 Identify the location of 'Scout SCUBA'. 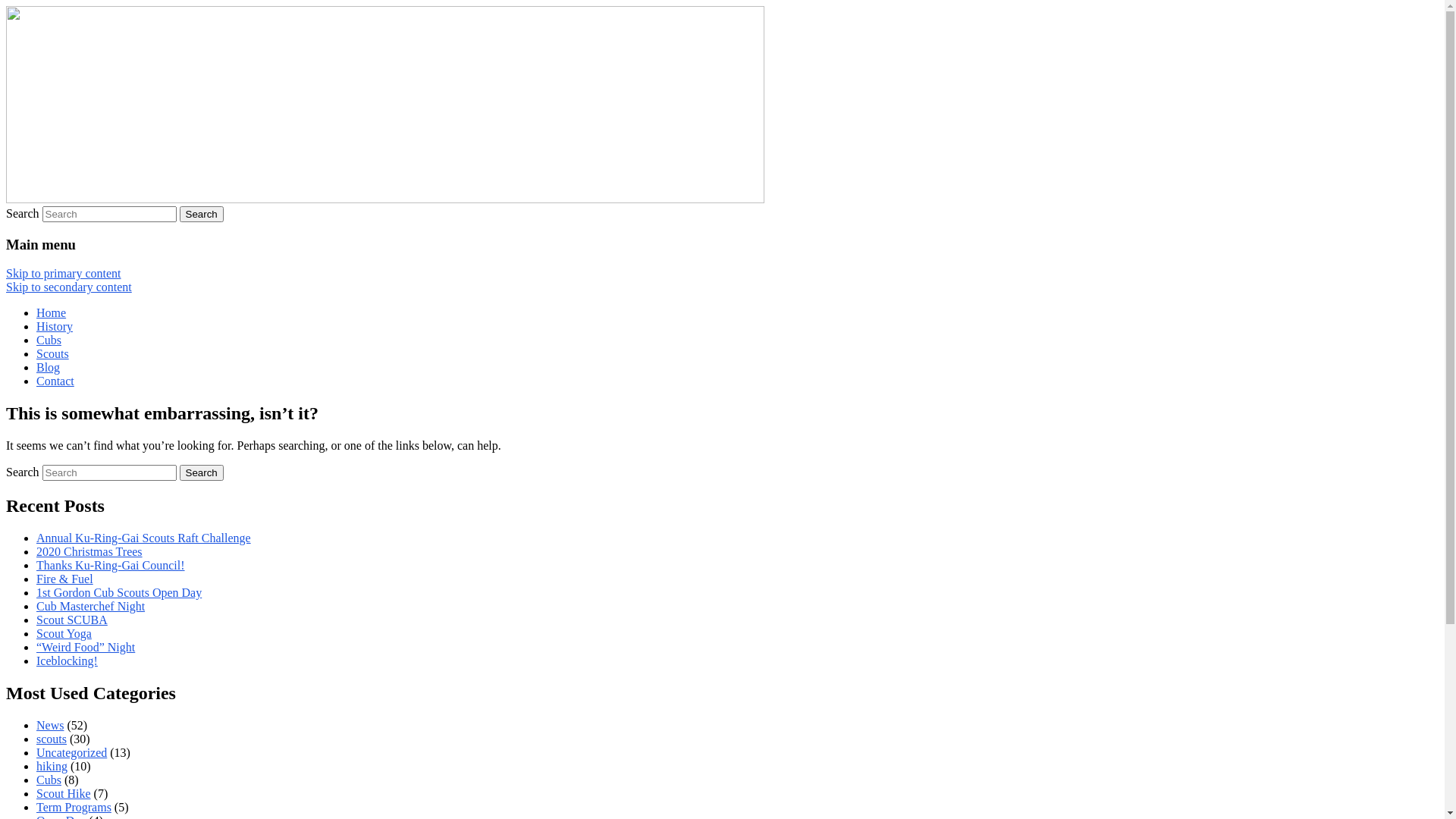
(71, 620).